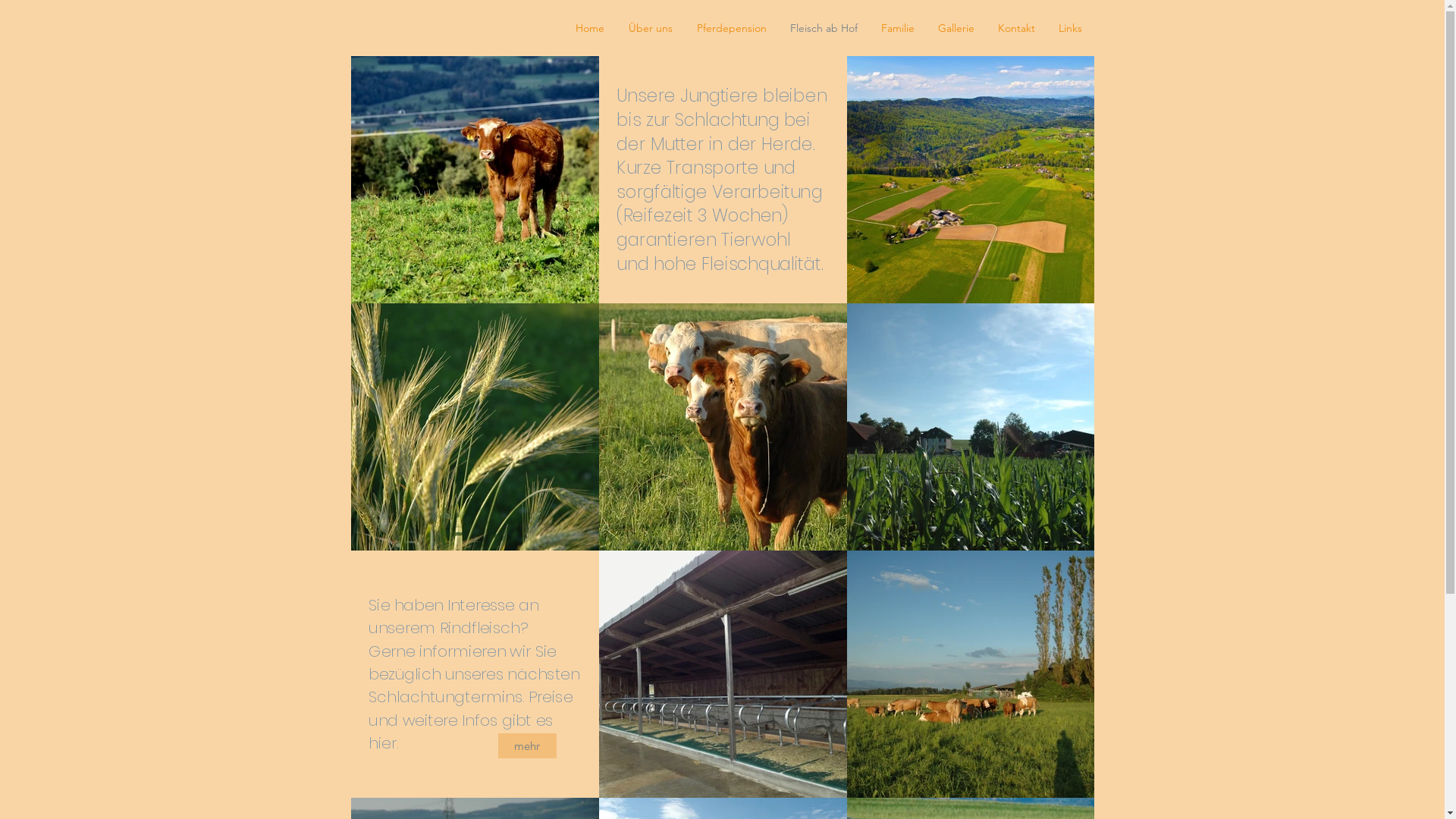  What do you see at coordinates (1069, 28) in the screenshot?
I see `'Links'` at bounding box center [1069, 28].